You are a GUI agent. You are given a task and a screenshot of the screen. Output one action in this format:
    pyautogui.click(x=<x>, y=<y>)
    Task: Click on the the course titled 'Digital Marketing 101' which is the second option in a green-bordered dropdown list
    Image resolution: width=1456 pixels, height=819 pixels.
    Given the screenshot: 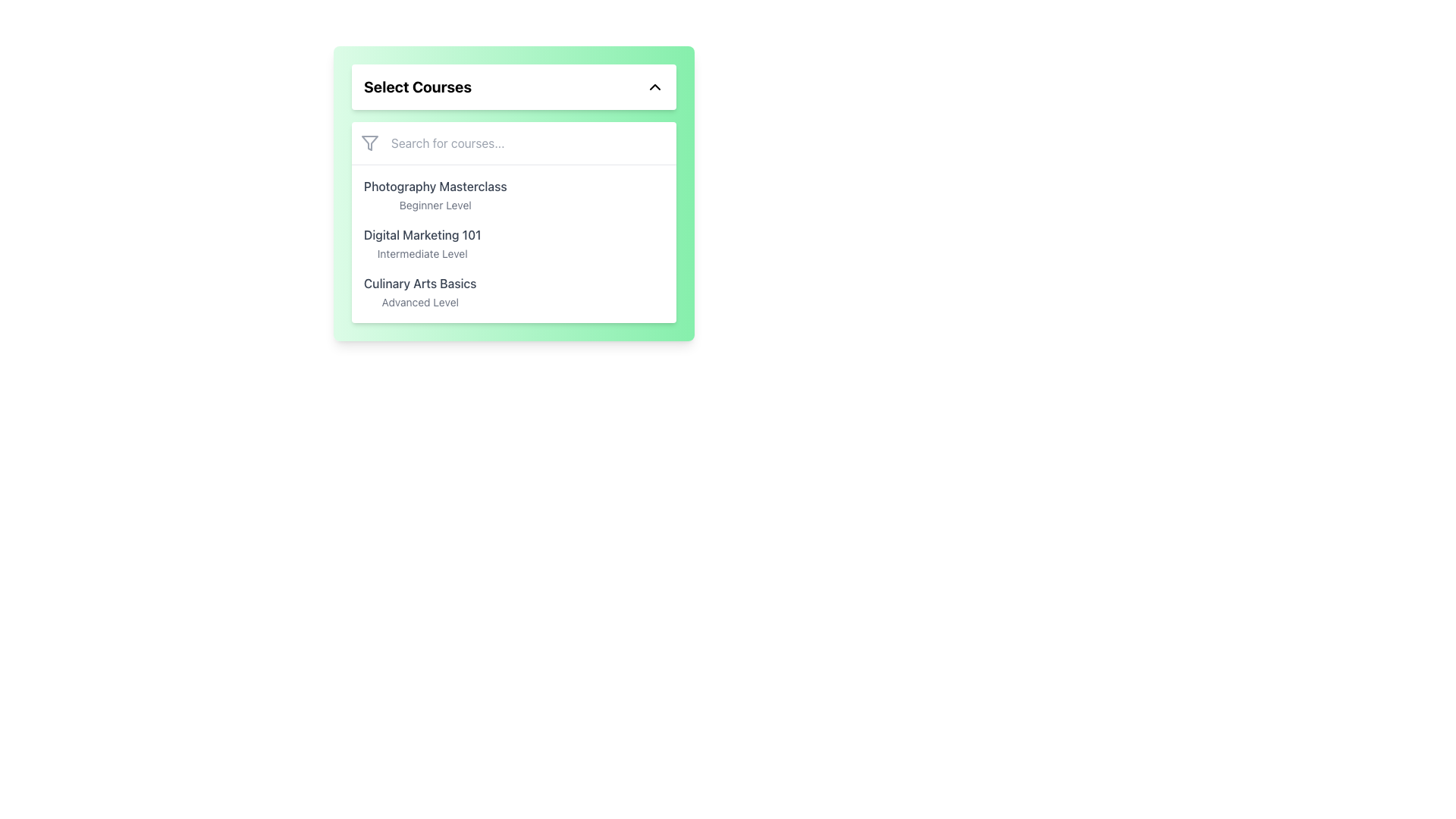 What is the action you would take?
    pyautogui.click(x=422, y=243)
    